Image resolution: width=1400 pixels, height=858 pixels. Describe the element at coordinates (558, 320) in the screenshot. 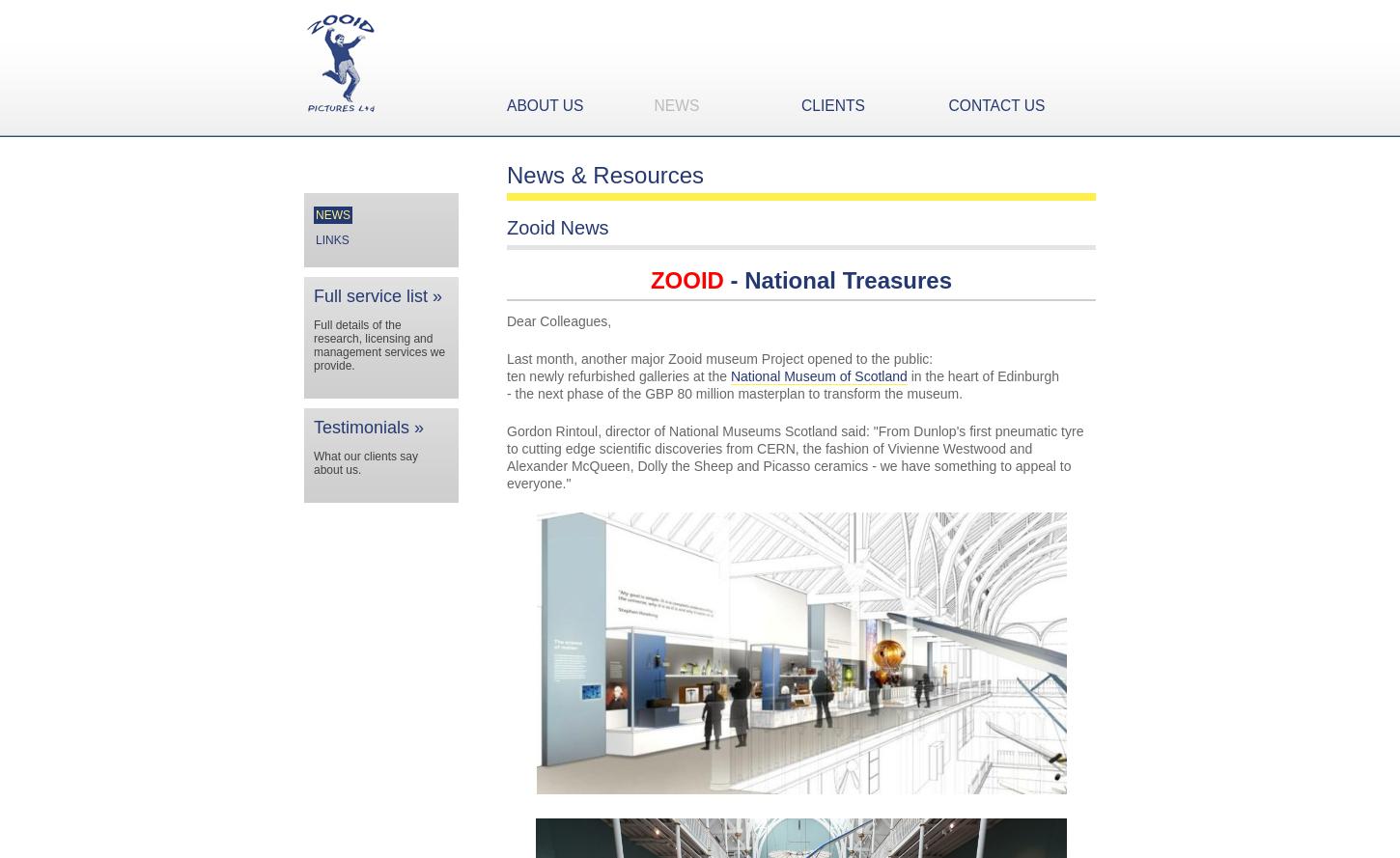

I see `'Dear Colleagues,'` at that location.